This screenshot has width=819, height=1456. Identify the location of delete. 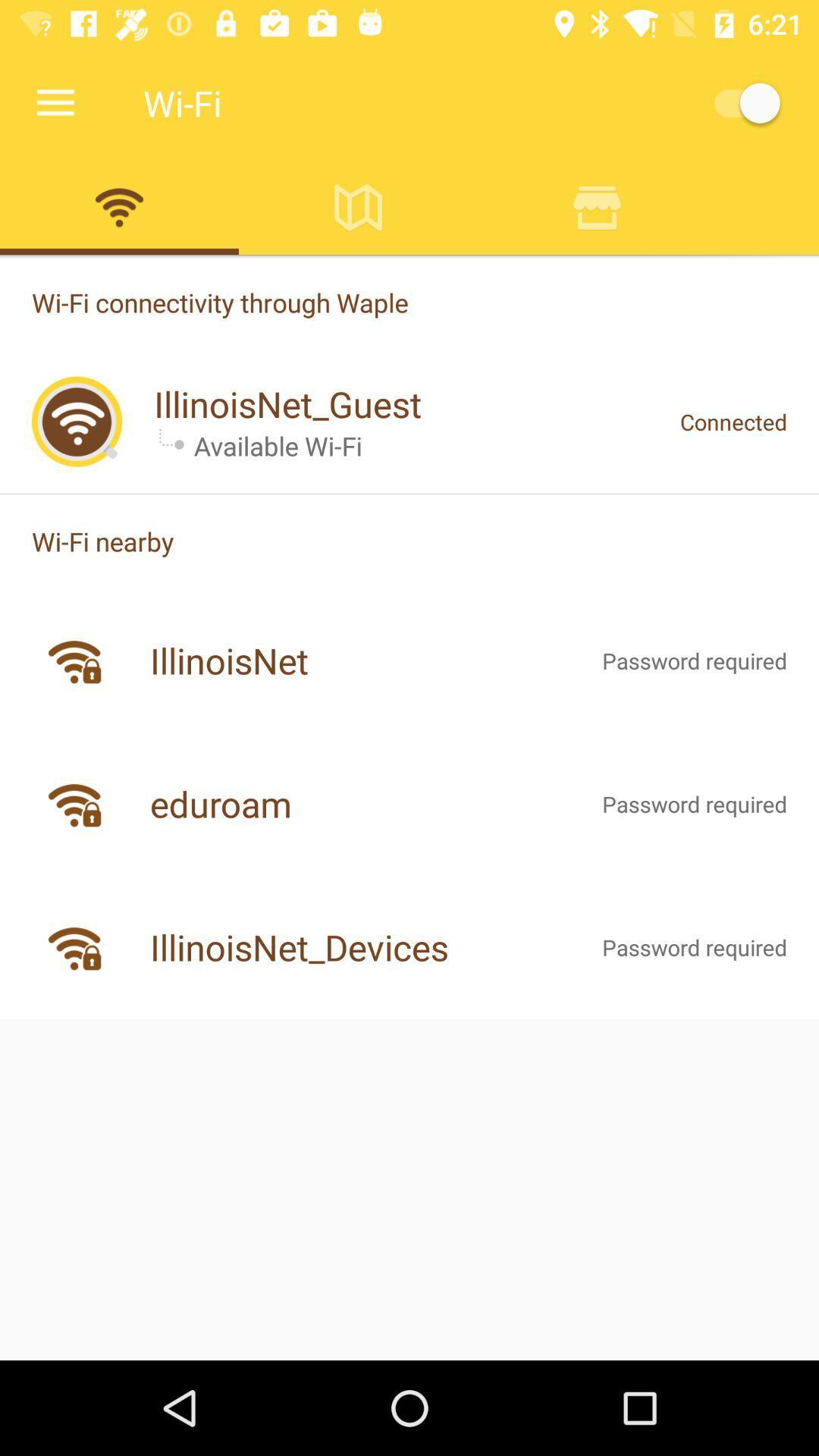
(596, 206).